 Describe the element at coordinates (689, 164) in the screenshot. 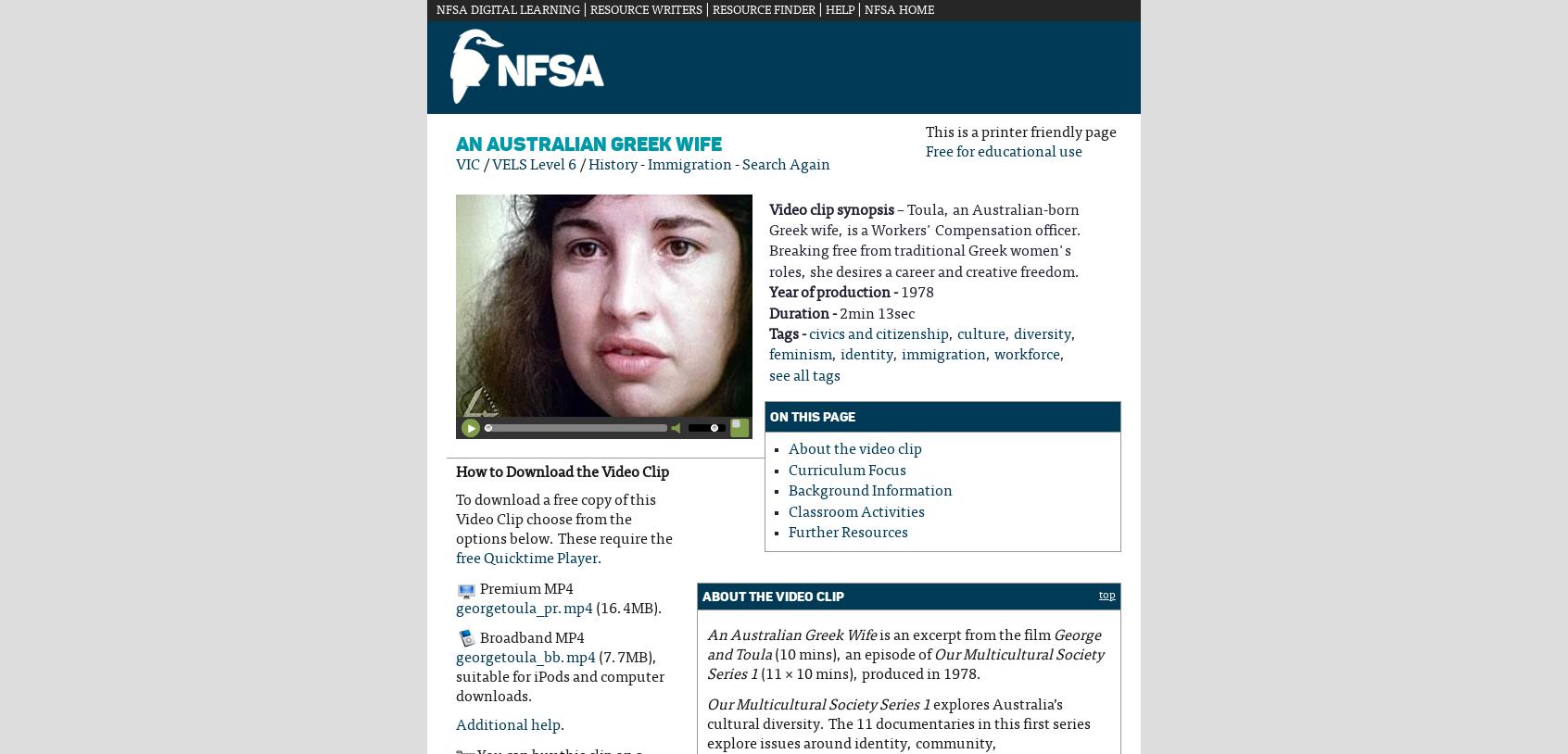

I see `'Immigration'` at that location.